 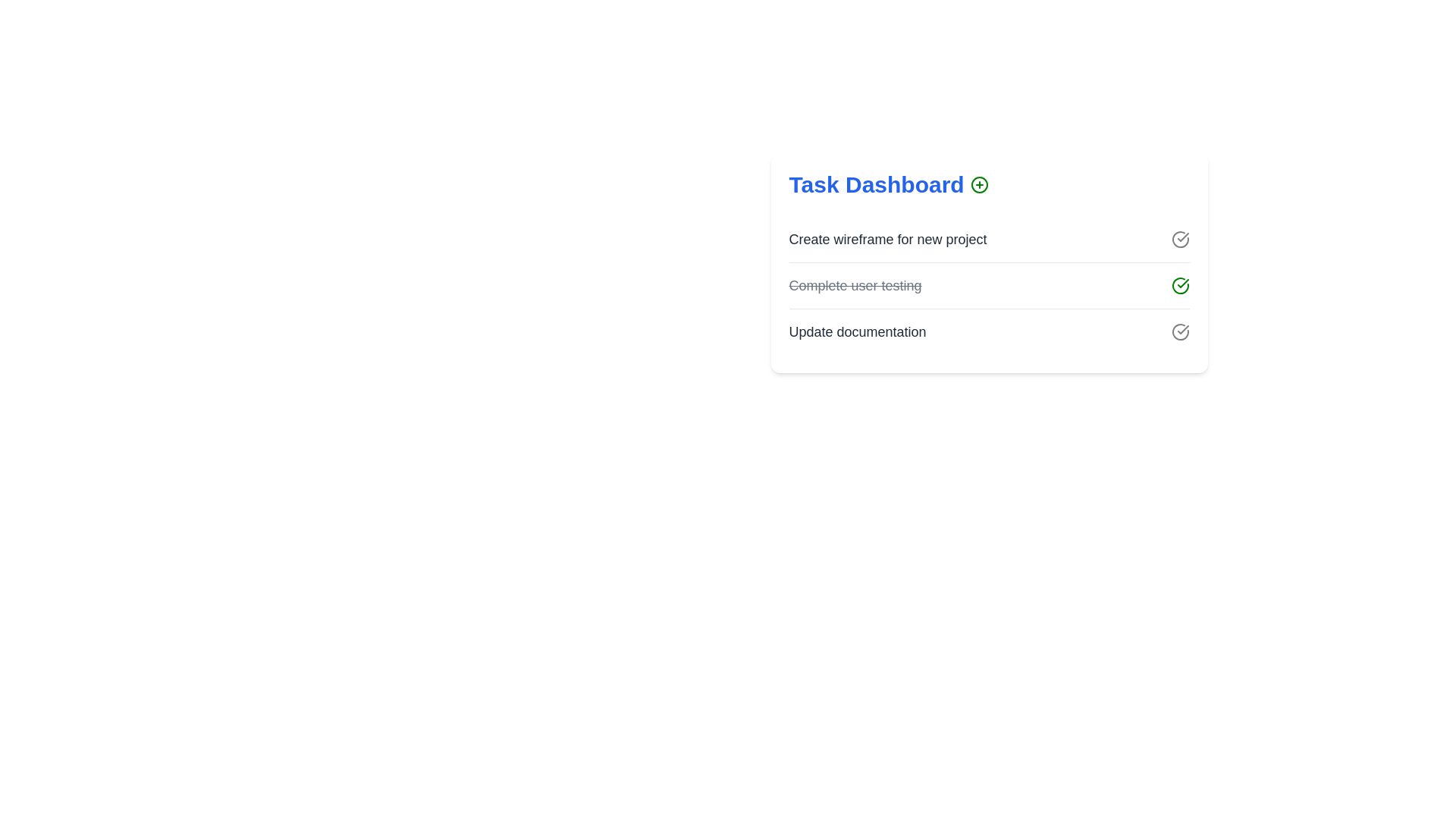 What do you see at coordinates (989, 184) in the screenshot?
I see `the header text 'Task Dashboard'` at bounding box center [989, 184].